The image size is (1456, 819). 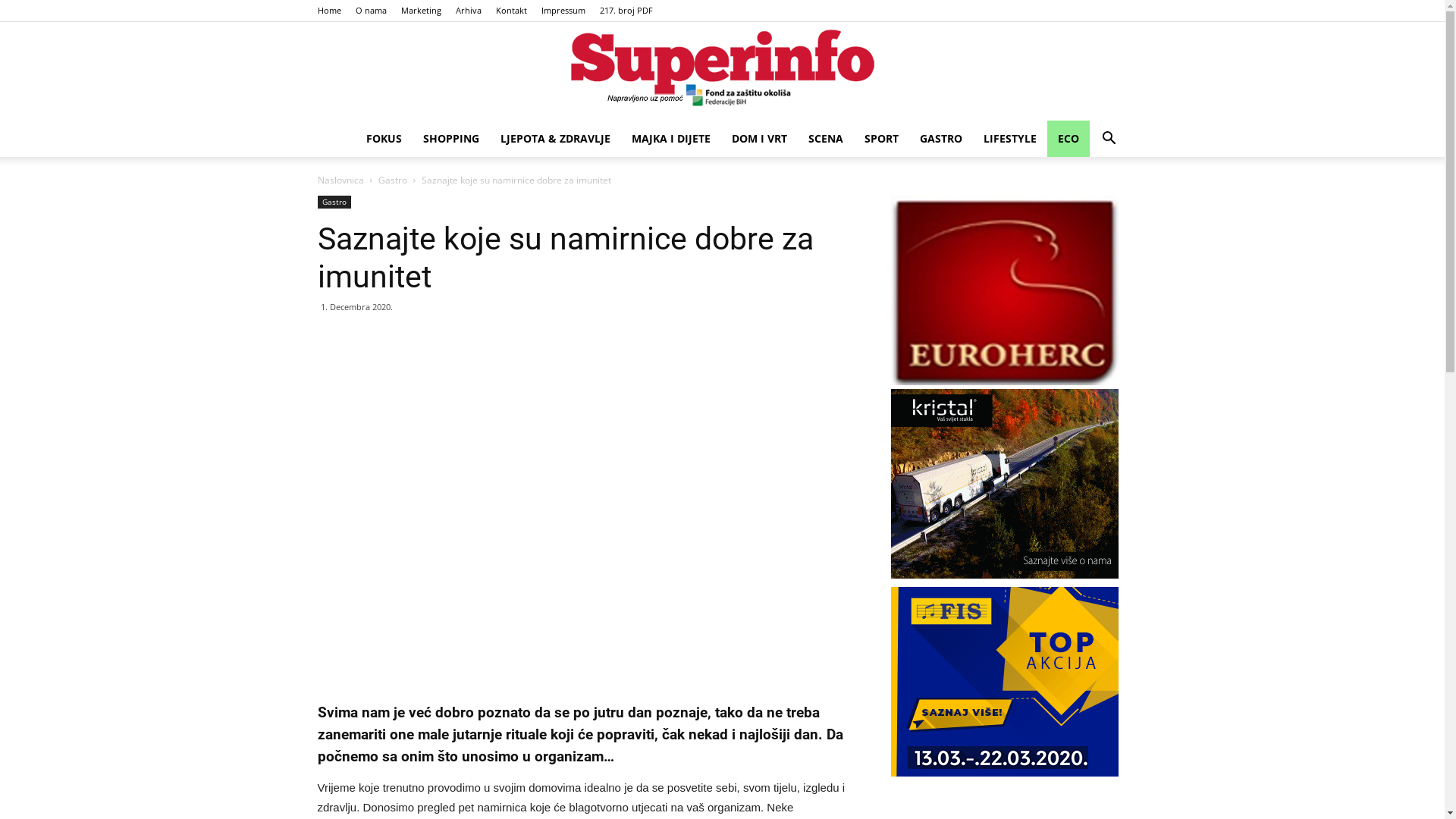 I want to click on 'Marketing', so click(x=420, y=10).